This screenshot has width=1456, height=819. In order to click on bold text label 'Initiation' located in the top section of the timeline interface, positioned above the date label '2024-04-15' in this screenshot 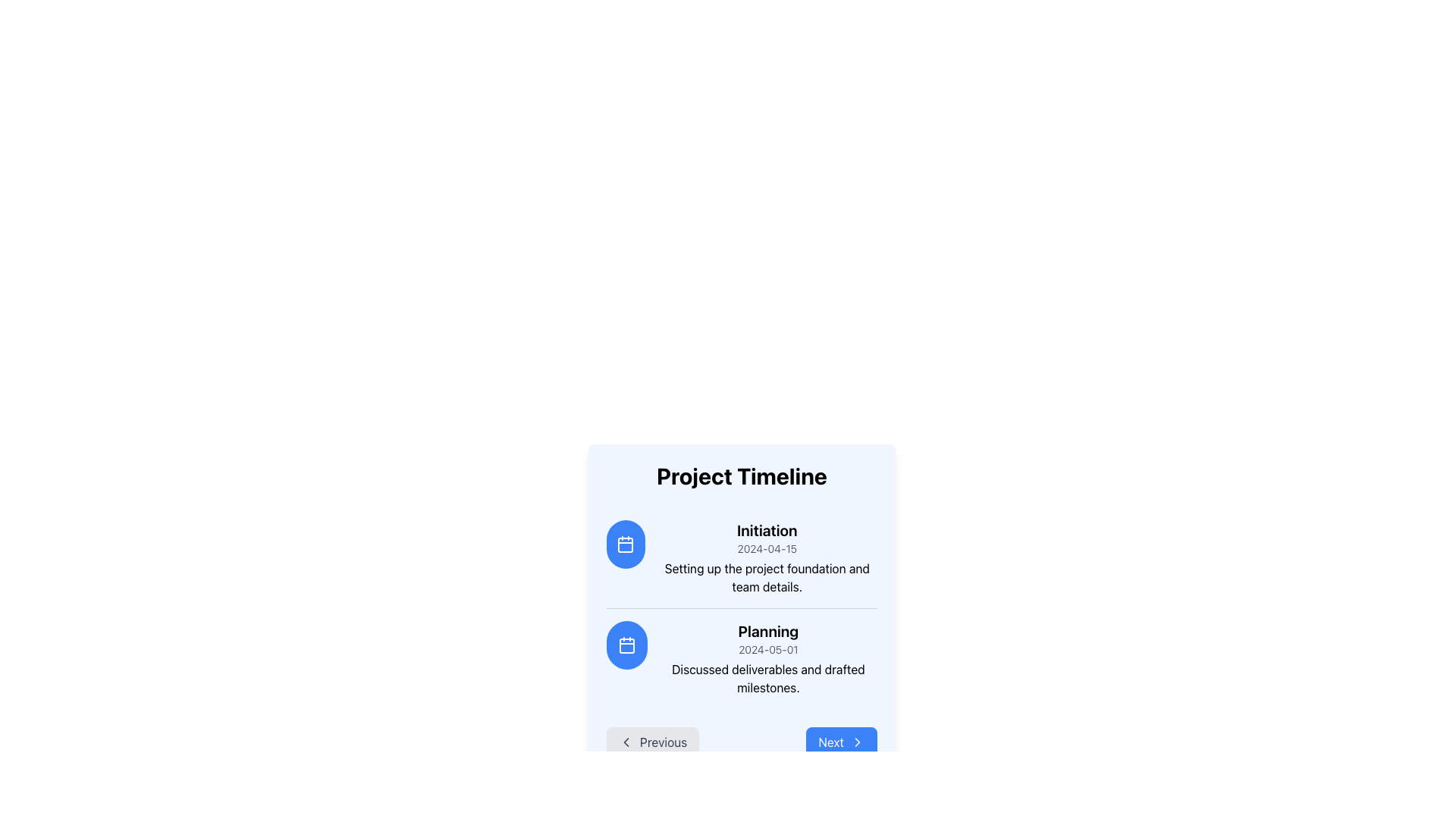, I will do `click(767, 529)`.